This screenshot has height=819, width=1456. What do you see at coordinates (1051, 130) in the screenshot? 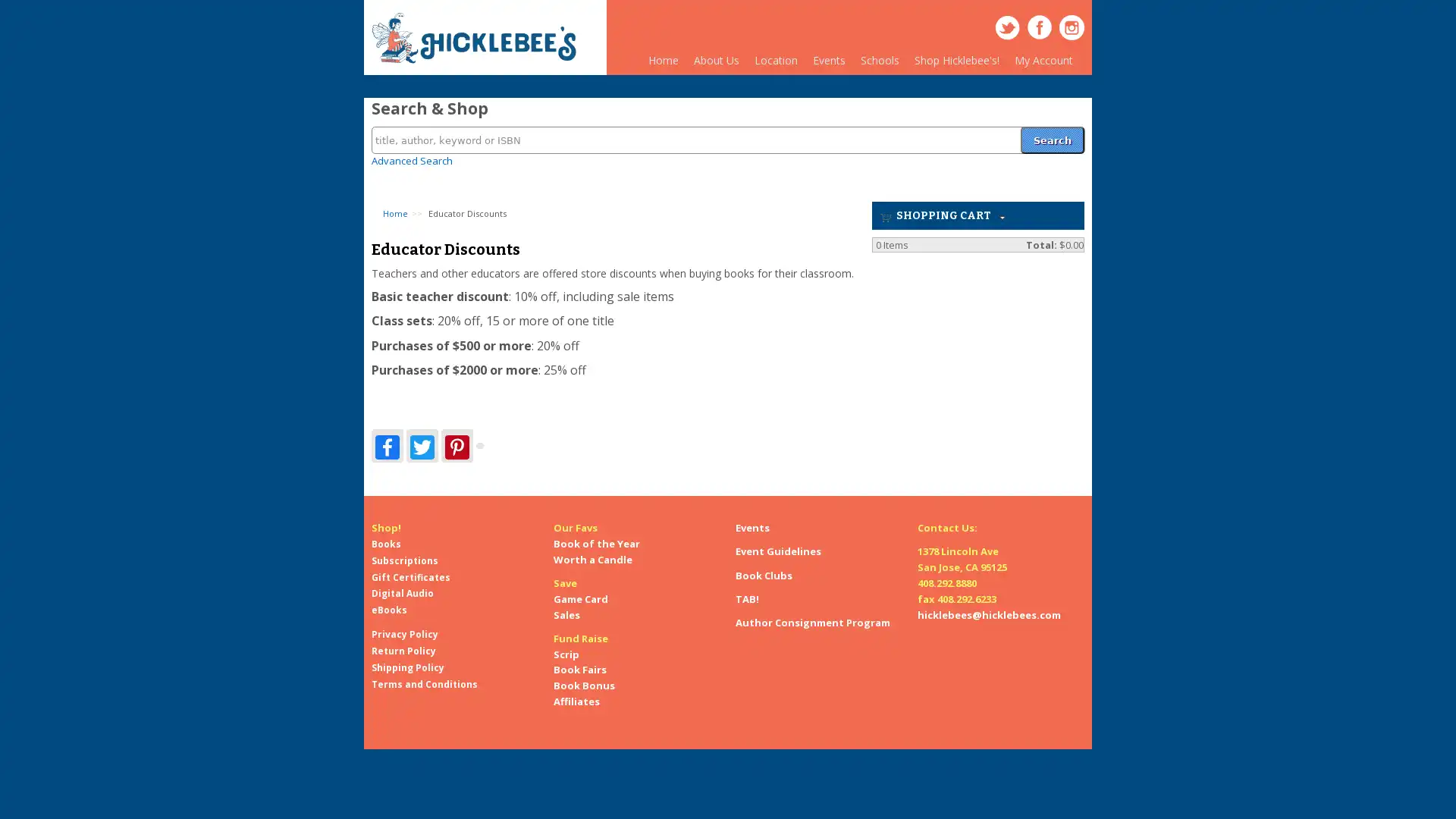
I see `Search` at bounding box center [1051, 130].